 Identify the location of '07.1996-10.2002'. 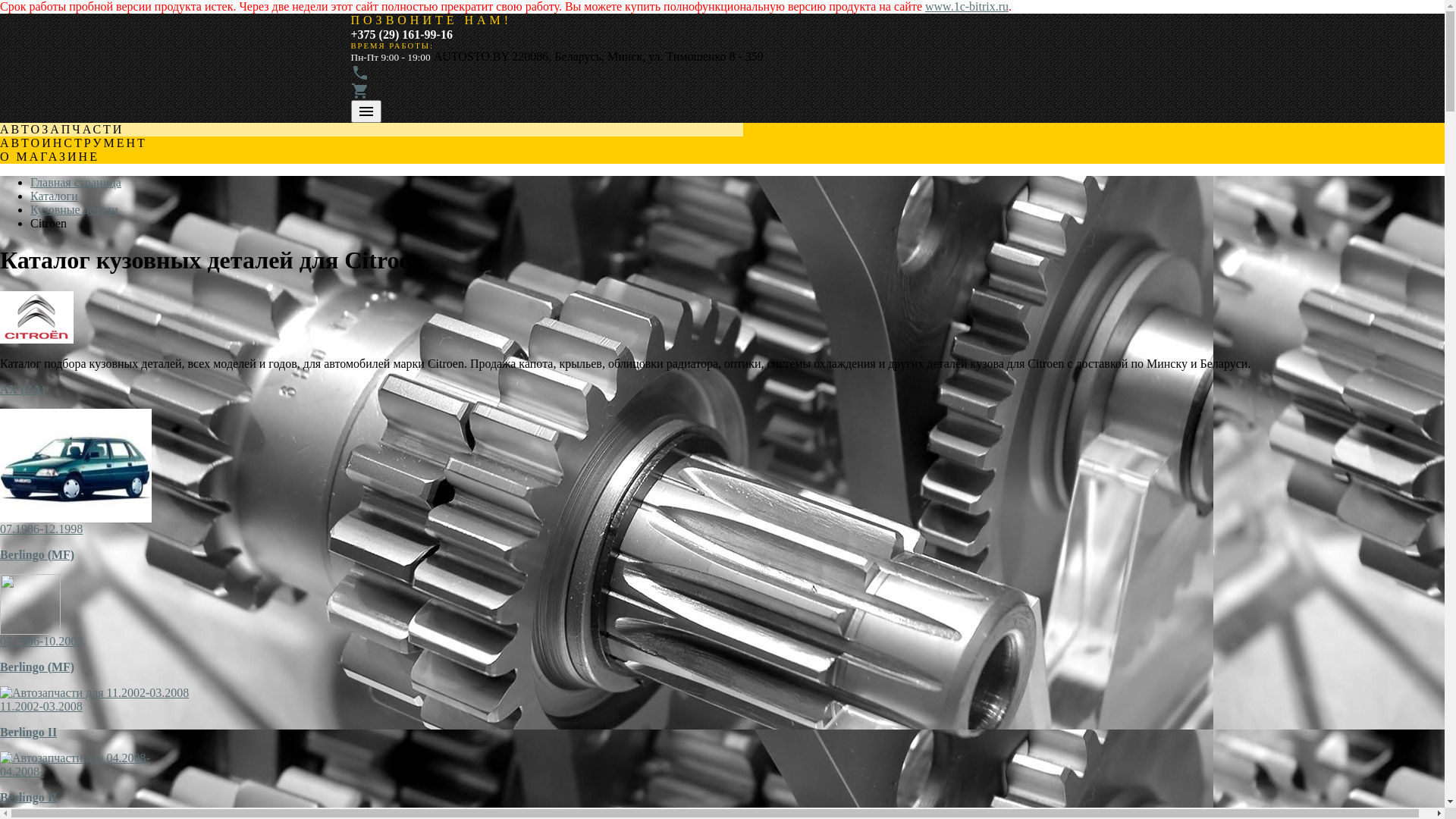
(41, 641).